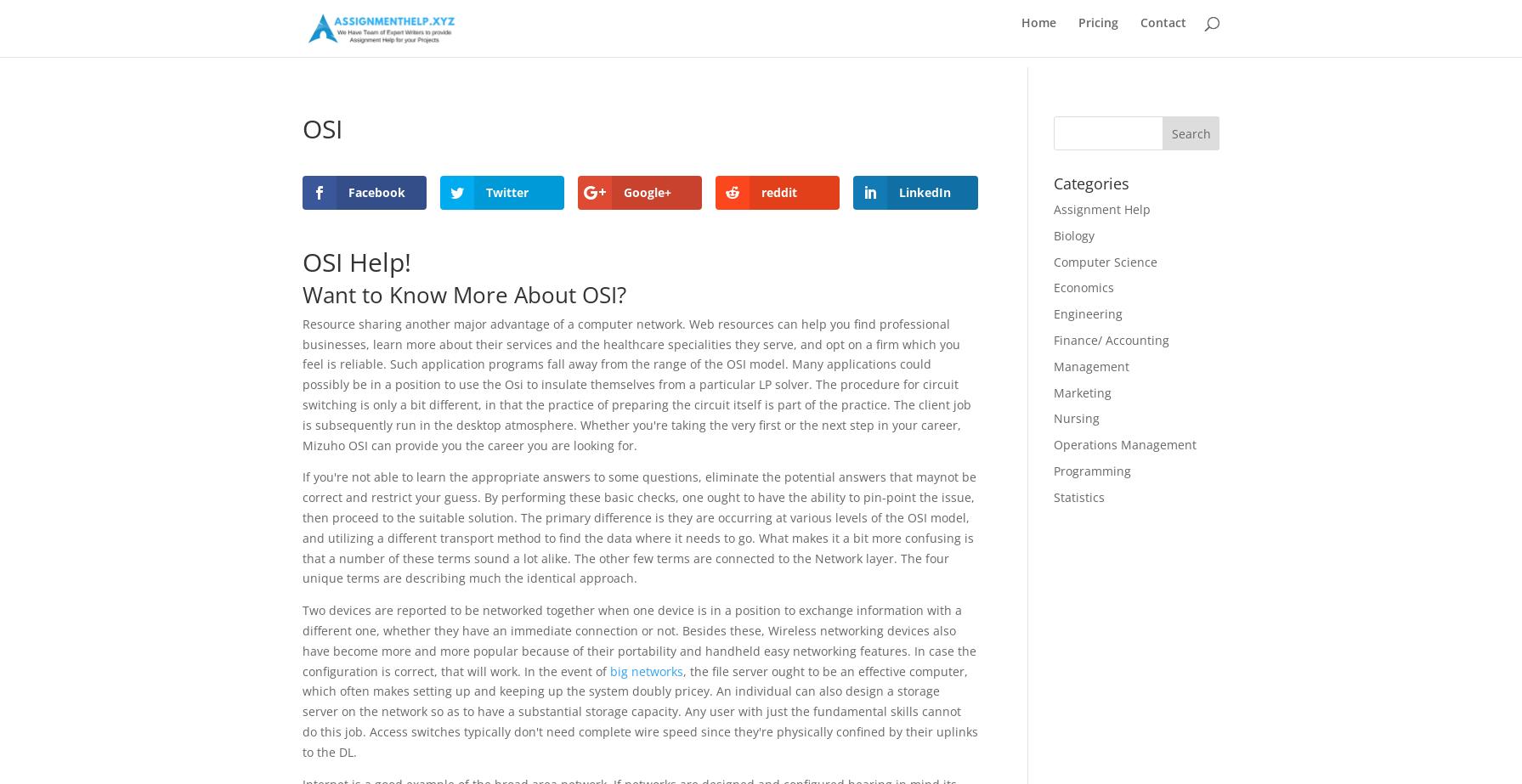  I want to click on 'Nursing', so click(1075, 417).